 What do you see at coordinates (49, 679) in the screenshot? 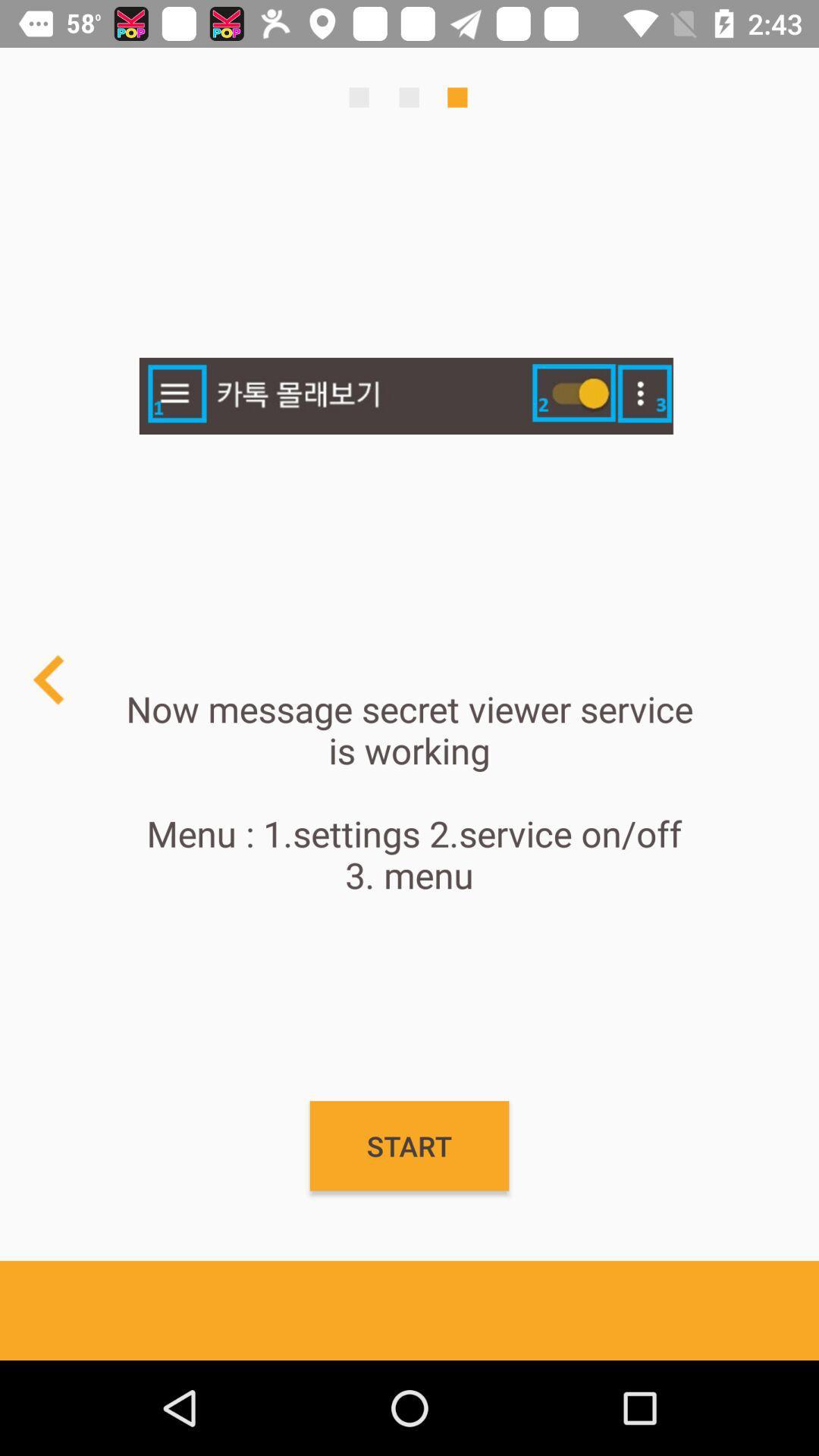
I see `previous page` at bounding box center [49, 679].